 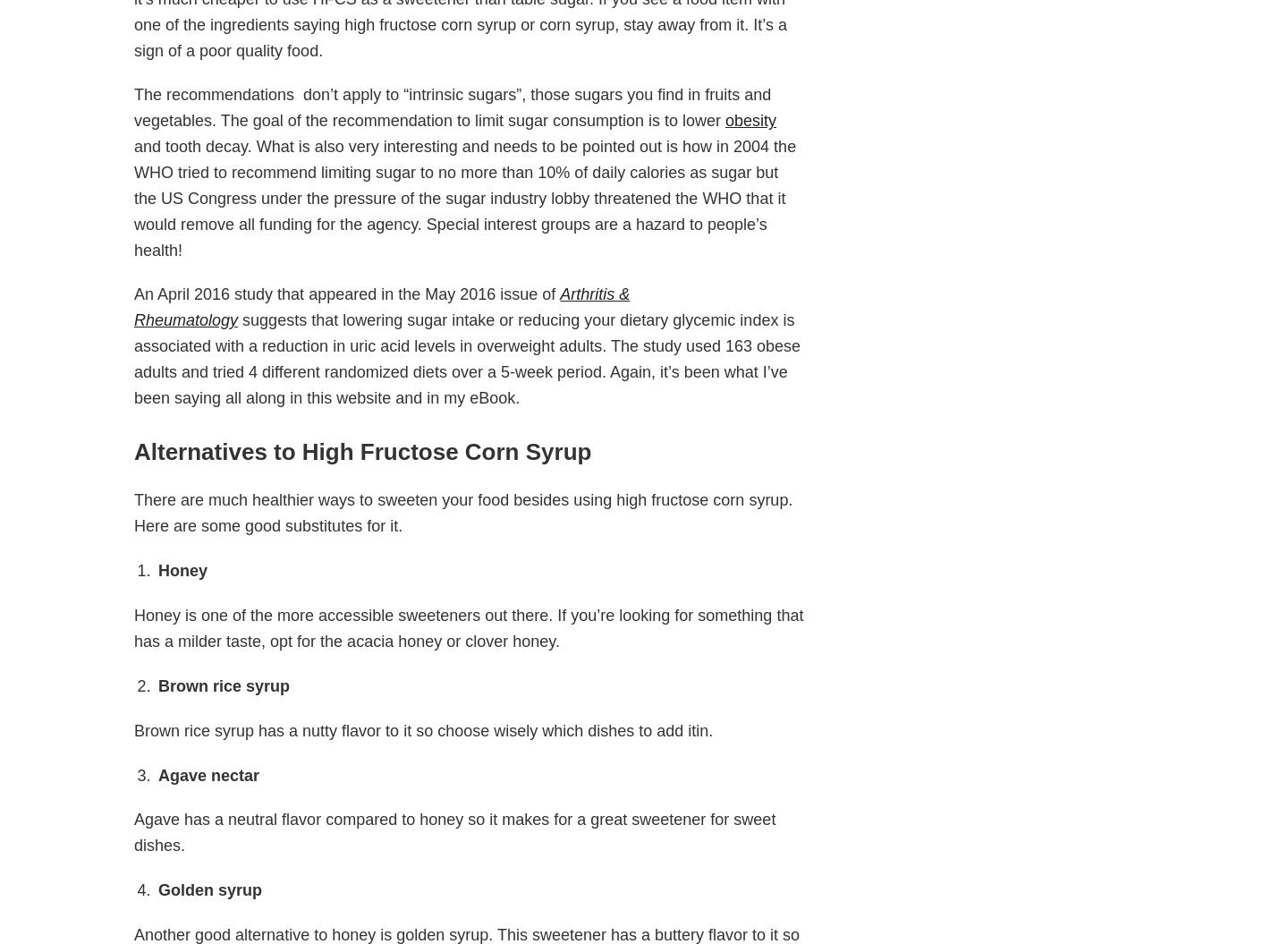 I want to click on 'suggests that lowering sugar intake or reducing your dietary glycemic index is associated with a reduction in uric acid levels in overweight adults. The study used 163 obese adults and tried 4 different randomized diets over a 5-week period. Again, it’s been what I’ve been saying all along in this website and in my eBook.', so click(x=466, y=359).